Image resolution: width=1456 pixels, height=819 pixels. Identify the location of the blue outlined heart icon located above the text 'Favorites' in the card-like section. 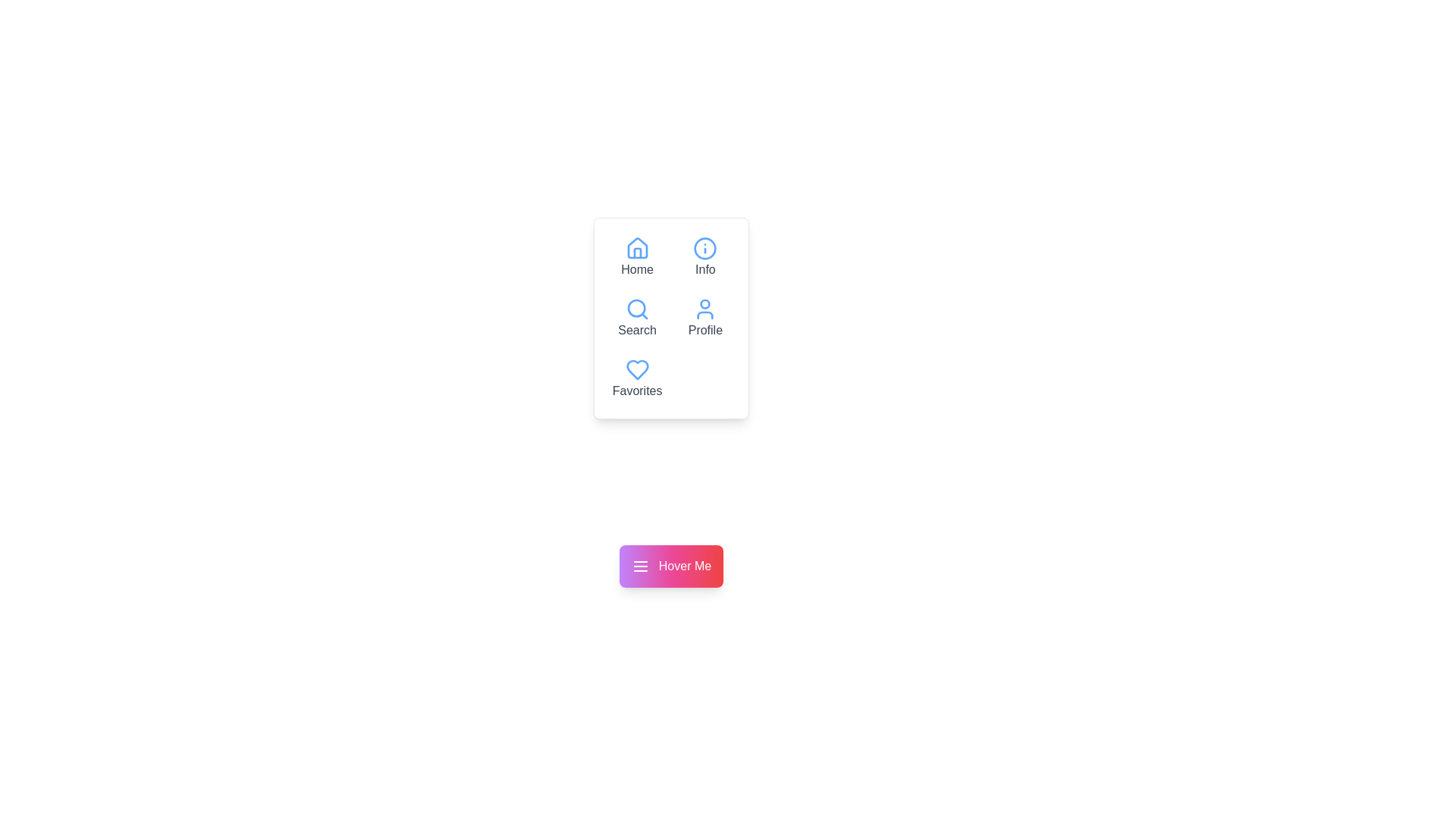
(637, 370).